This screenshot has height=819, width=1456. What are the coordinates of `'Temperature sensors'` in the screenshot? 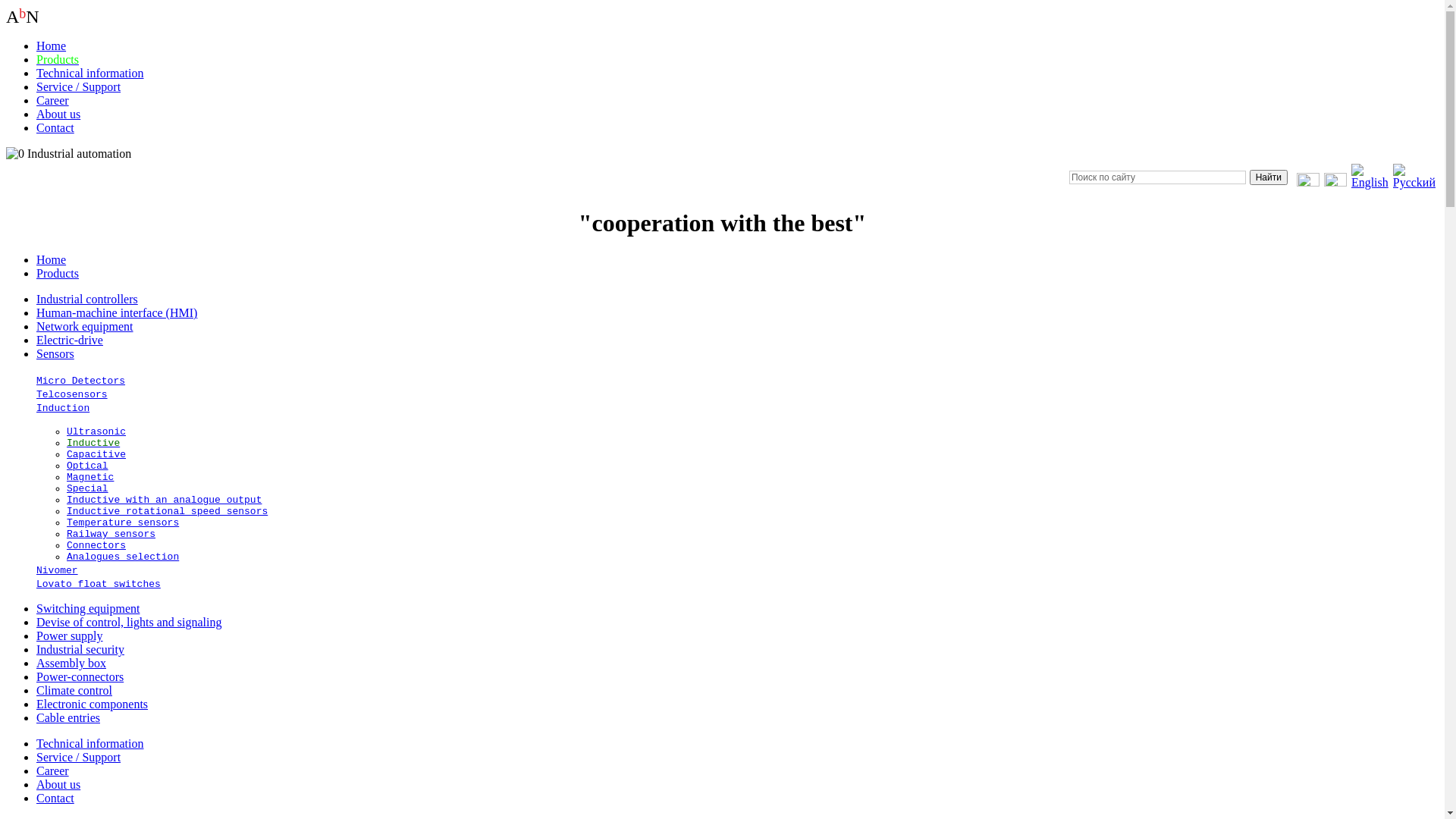 It's located at (123, 522).